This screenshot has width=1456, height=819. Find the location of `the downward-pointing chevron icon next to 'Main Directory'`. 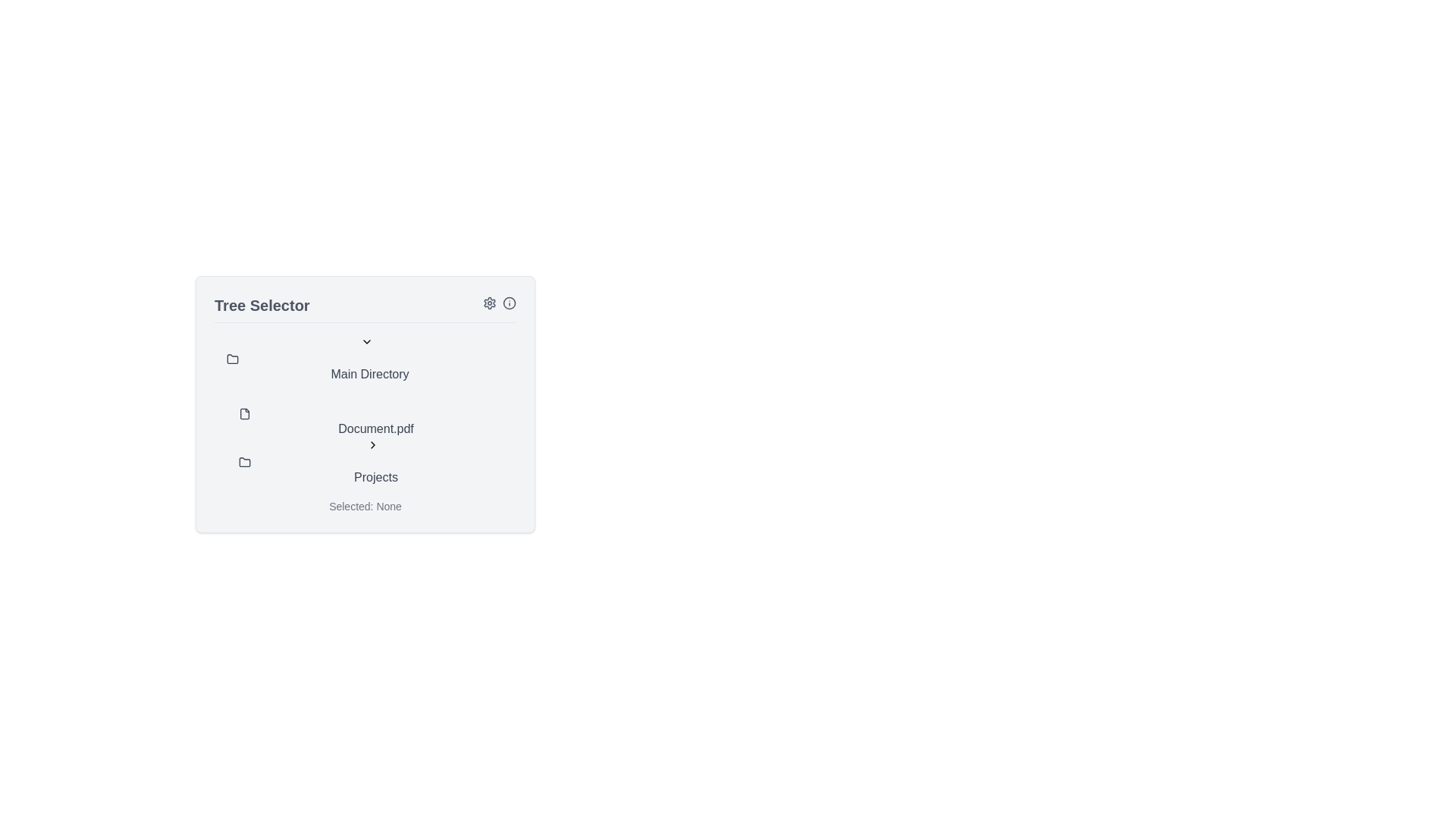

the downward-pointing chevron icon next to 'Main Directory' is located at coordinates (367, 342).